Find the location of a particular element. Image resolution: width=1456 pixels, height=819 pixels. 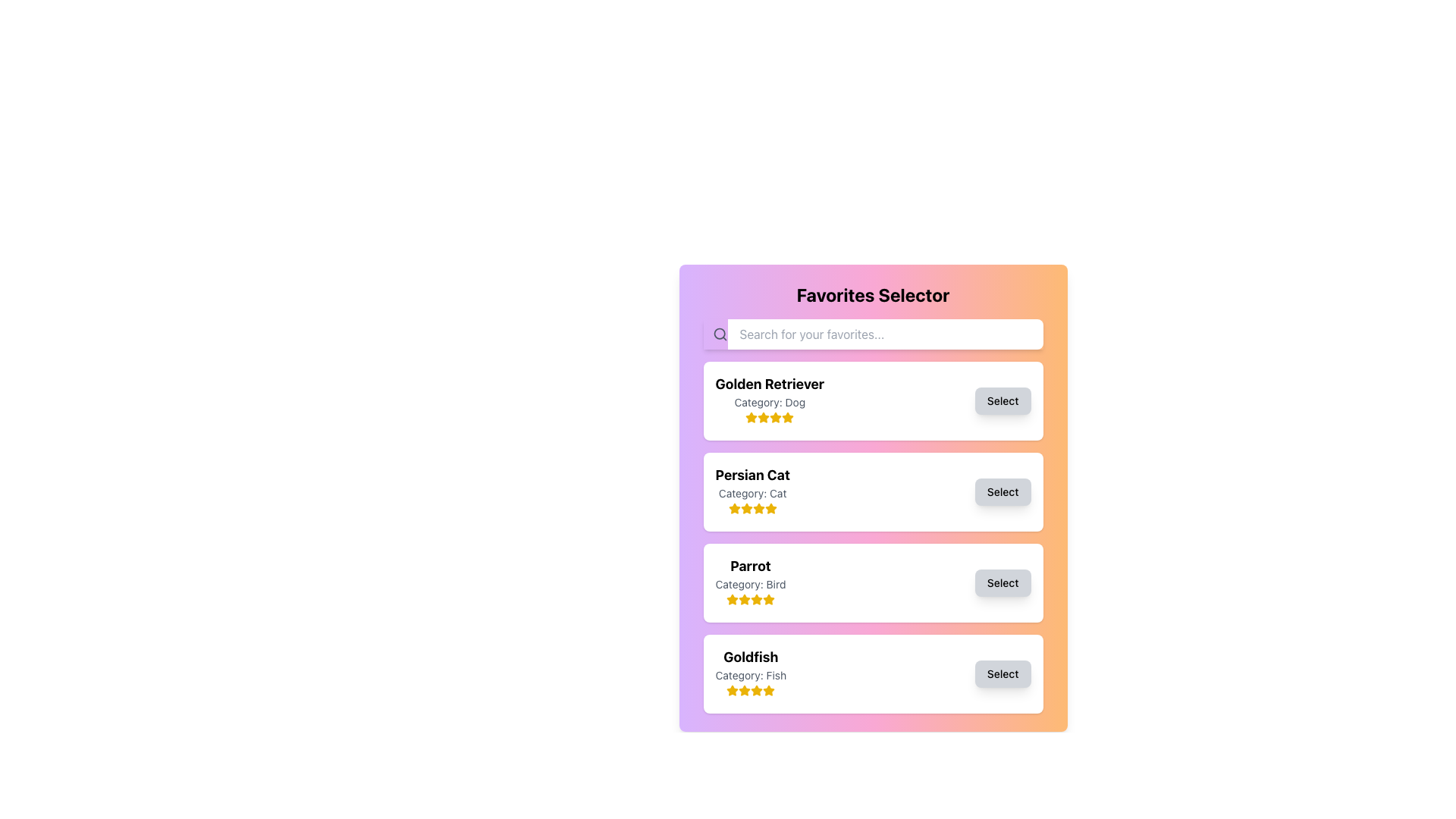

the third star icon from the left in the rating system for the Goldfish item, which is visually represented as filled, indicating its active status is located at coordinates (745, 690).